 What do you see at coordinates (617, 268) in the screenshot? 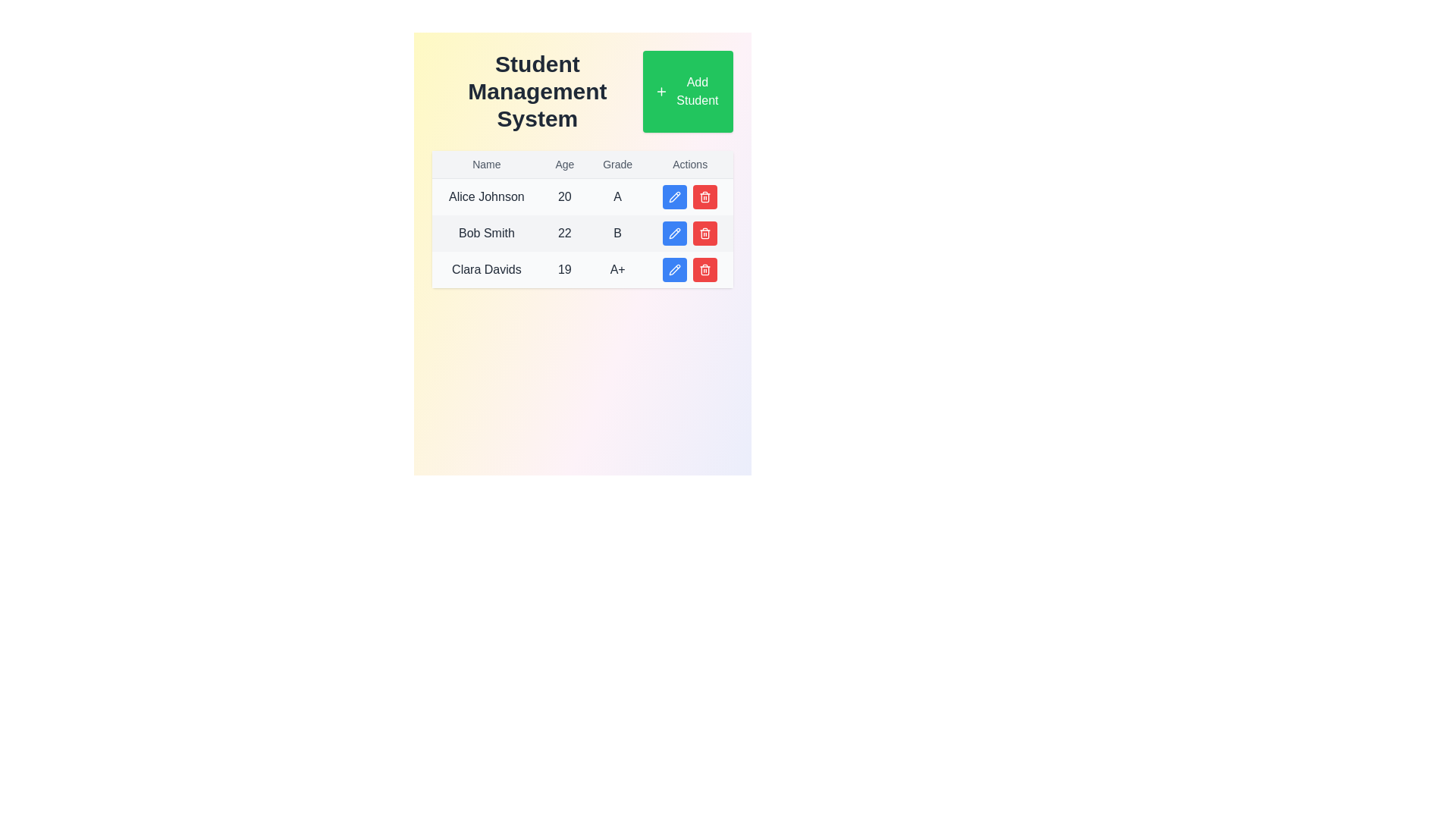
I see `the static text element displaying the grade A+ in the third row of the table under the column labeled 'Grade'` at bounding box center [617, 268].